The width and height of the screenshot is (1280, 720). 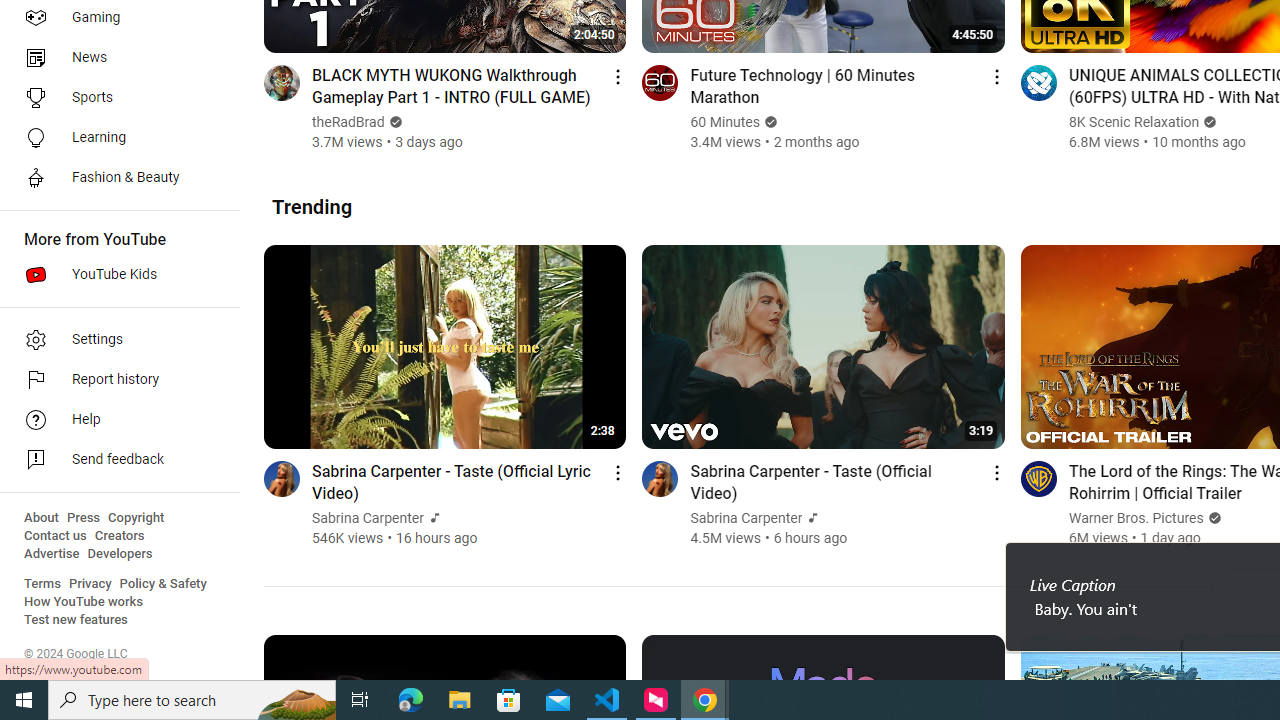 What do you see at coordinates (118, 535) in the screenshot?
I see `'Creators'` at bounding box center [118, 535].